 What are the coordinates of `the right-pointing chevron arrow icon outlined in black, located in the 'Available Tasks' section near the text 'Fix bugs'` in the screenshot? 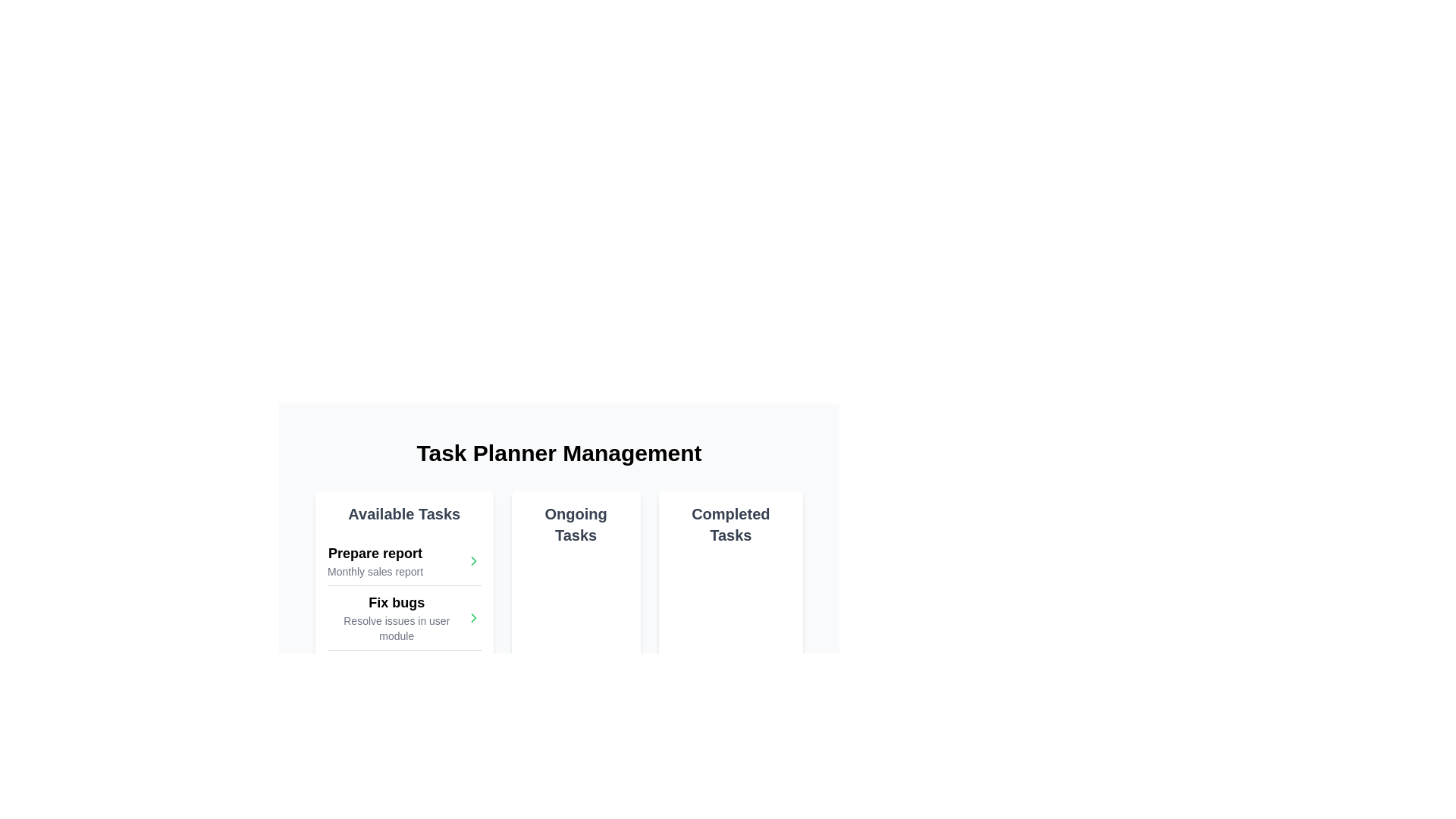 It's located at (472, 561).